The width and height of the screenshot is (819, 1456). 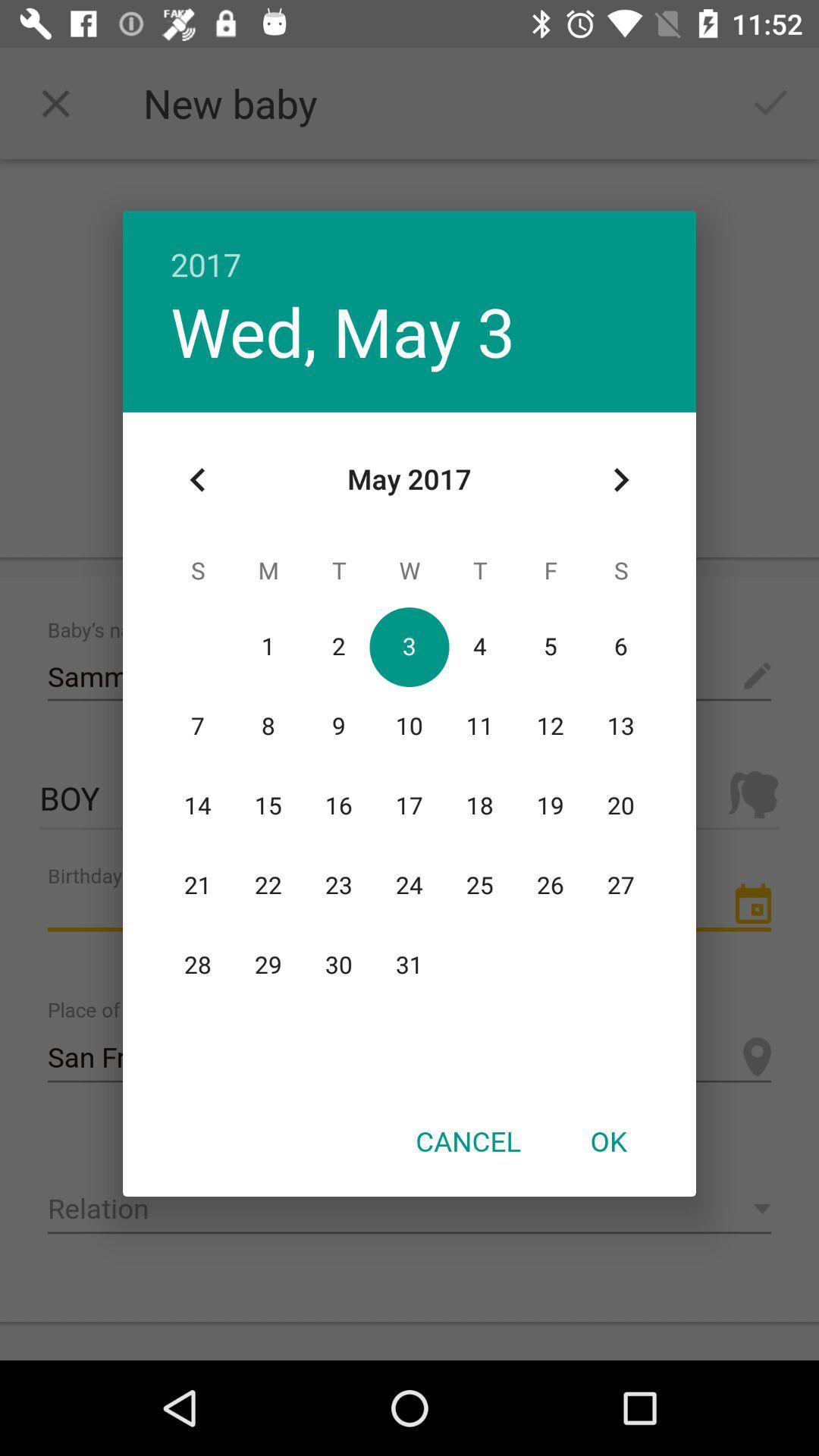 I want to click on icon next to the cancel item, so click(x=607, y=1141).